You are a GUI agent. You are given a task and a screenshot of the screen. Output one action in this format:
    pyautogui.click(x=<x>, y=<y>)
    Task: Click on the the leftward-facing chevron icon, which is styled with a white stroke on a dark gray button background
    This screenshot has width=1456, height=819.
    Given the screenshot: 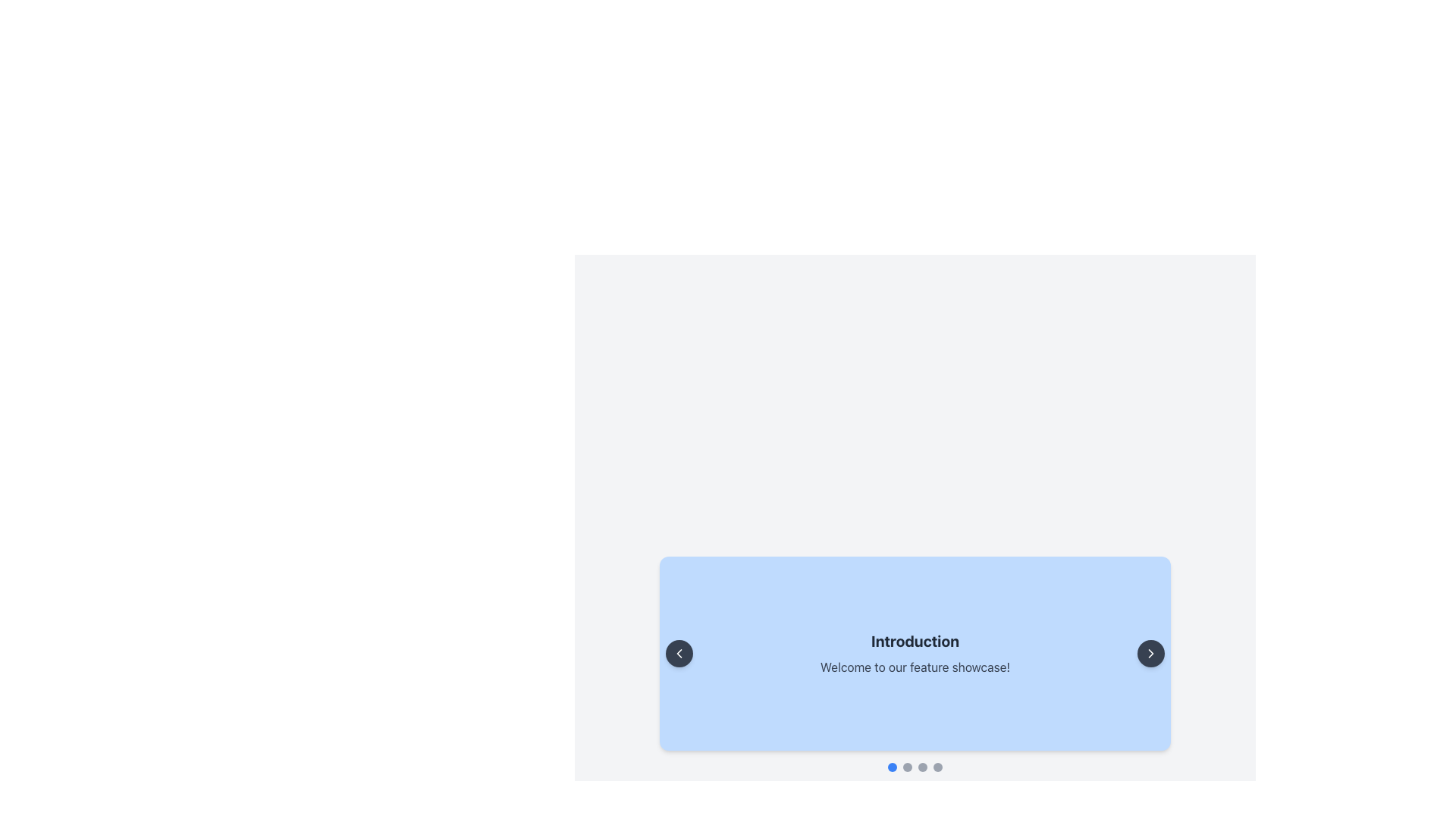 What is the action you would take?
    pyautogui.click(x=679, y=652)
    